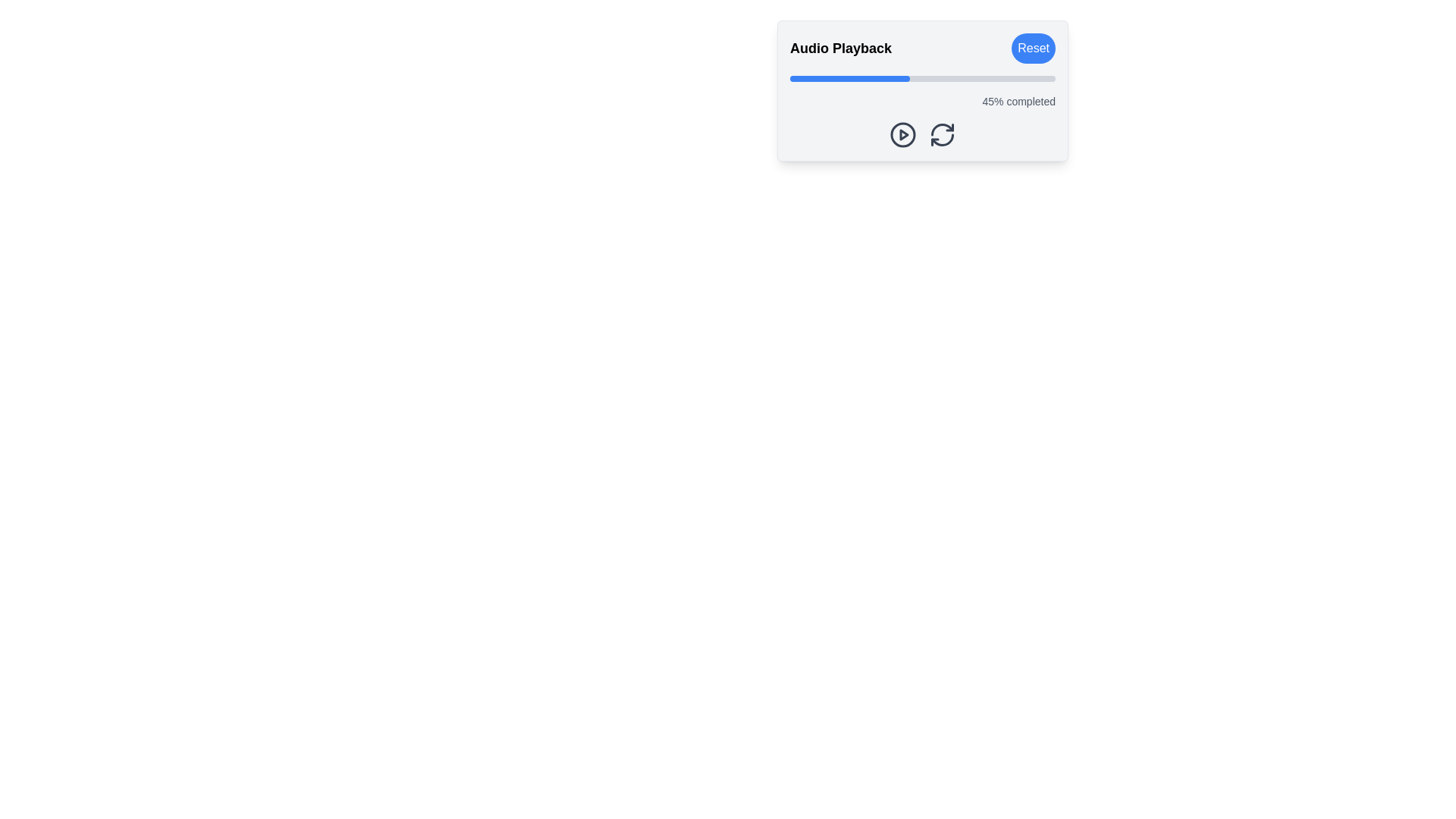 This screenshot has height=819, width=1456. What do you see at coordinates (1046, 79) in the screenshot?
I see `progress` at bounding box center [1046, 79].